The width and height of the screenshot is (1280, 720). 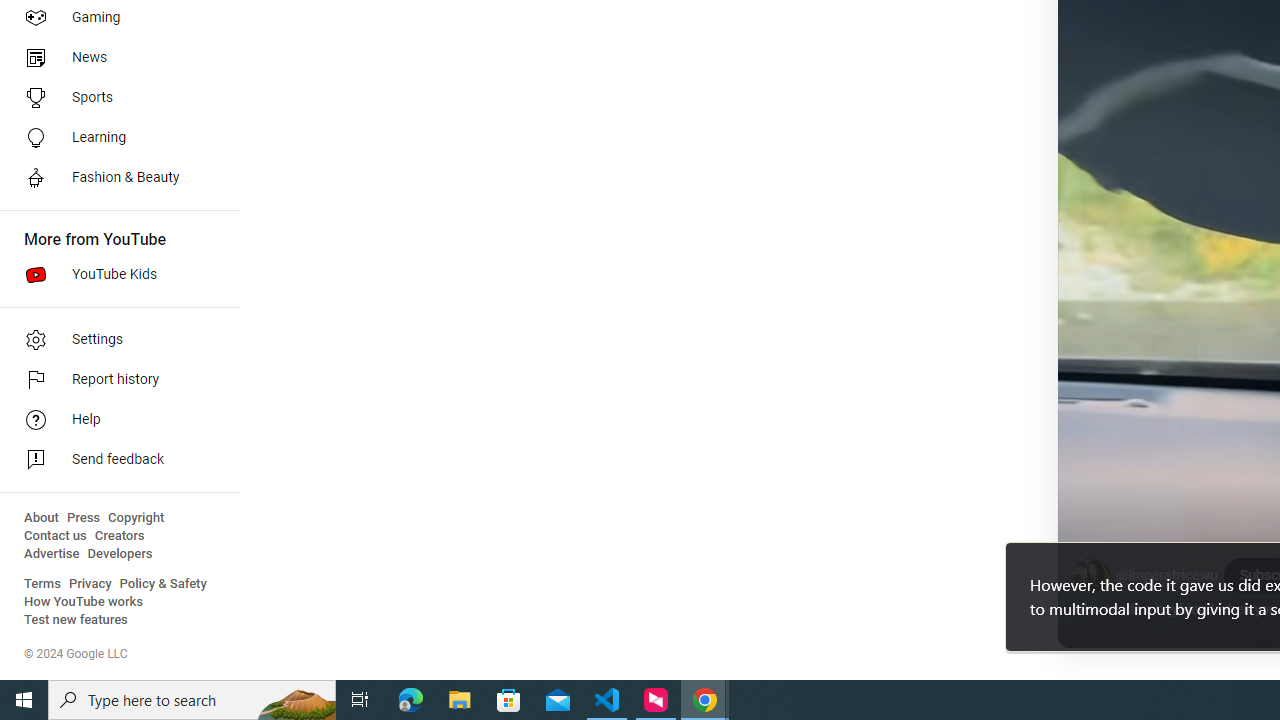 I want to click on 'Policy & Safety', so click(x=163, y=584).